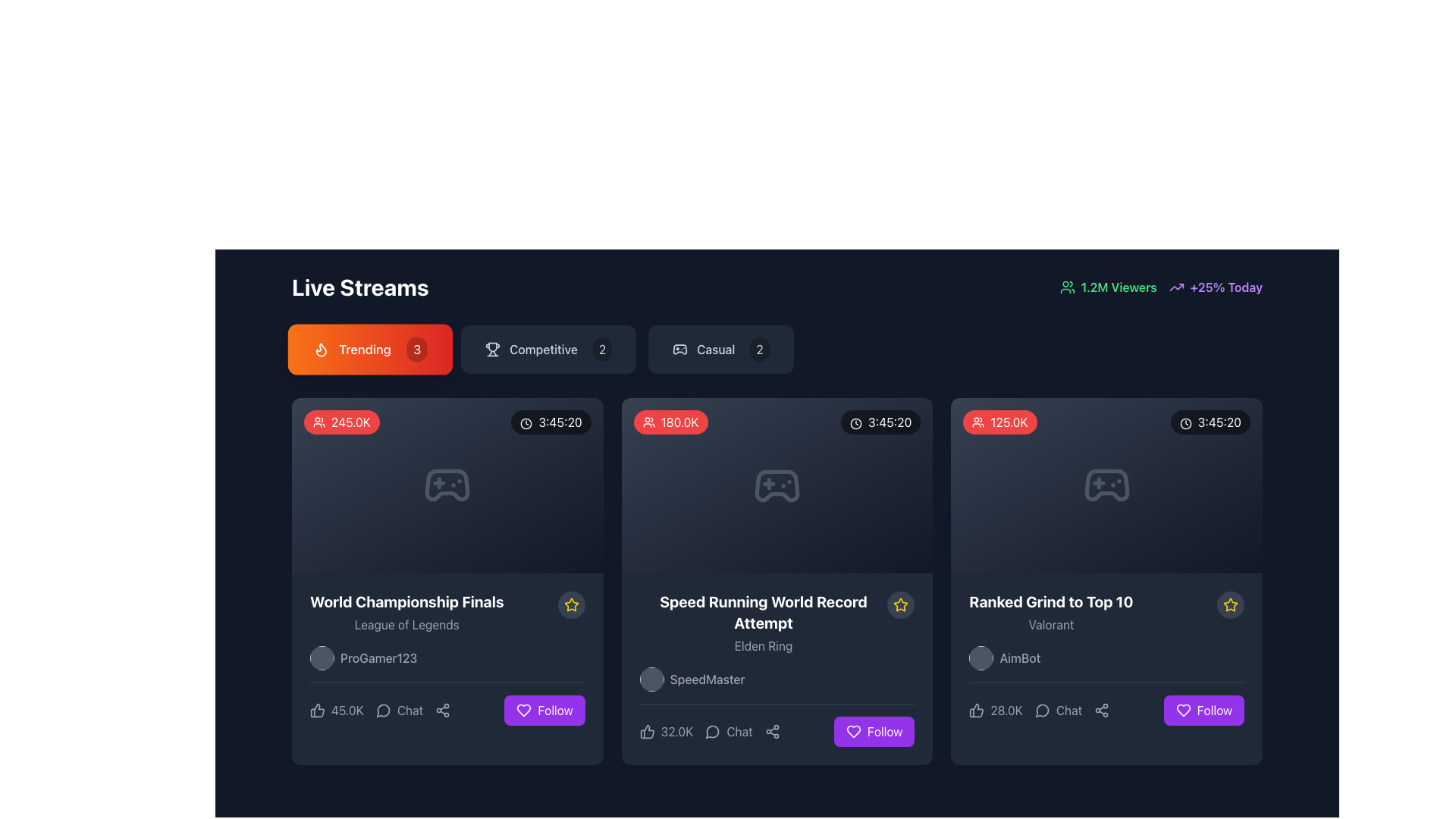 Image resolution: width=1456 pixels, height=819 pixels. What do you see at coordinates (380, 711) in the screenshot?
I see `the interactive label with the speech bubble icon and the label 'Chat' located at the bottom-left of the 'World Championship Finals' card` at bounding box center [380, 711].